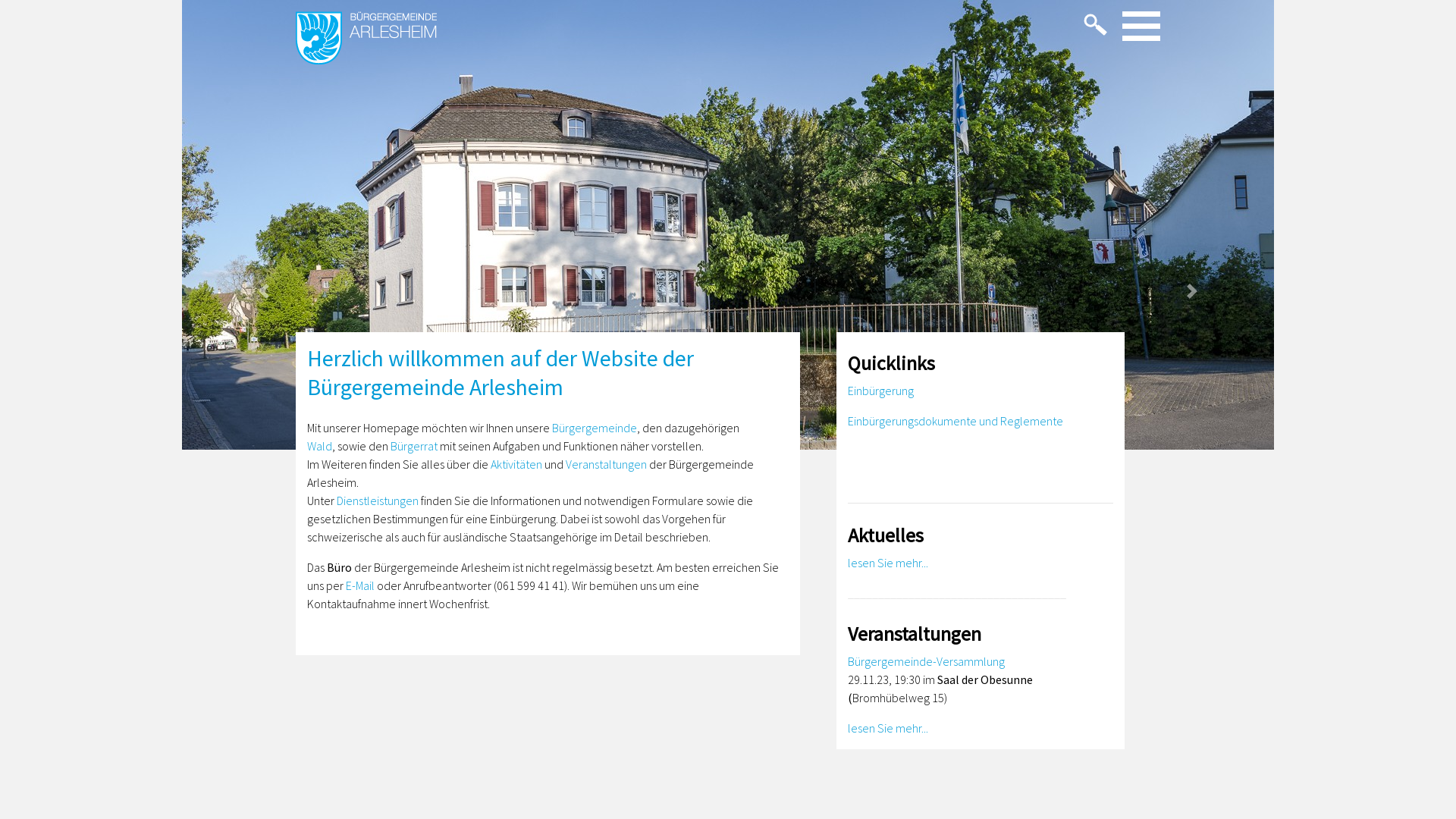 The width and height of the screenshot is (1456, 819). I want to click on 'E-Mail', so click(359, 584).